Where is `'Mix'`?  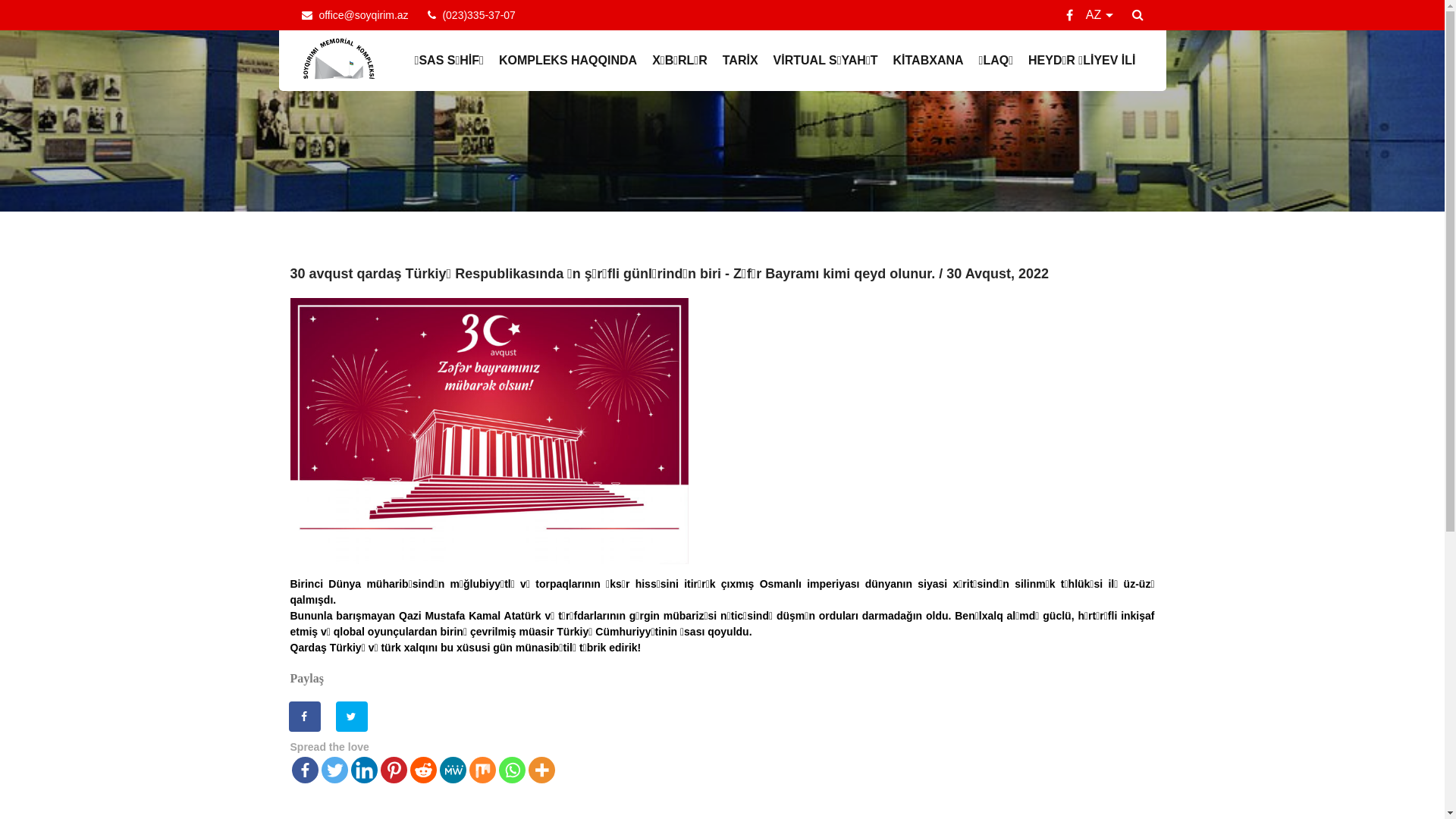 'Mix' is located at coordinates (481, 770).